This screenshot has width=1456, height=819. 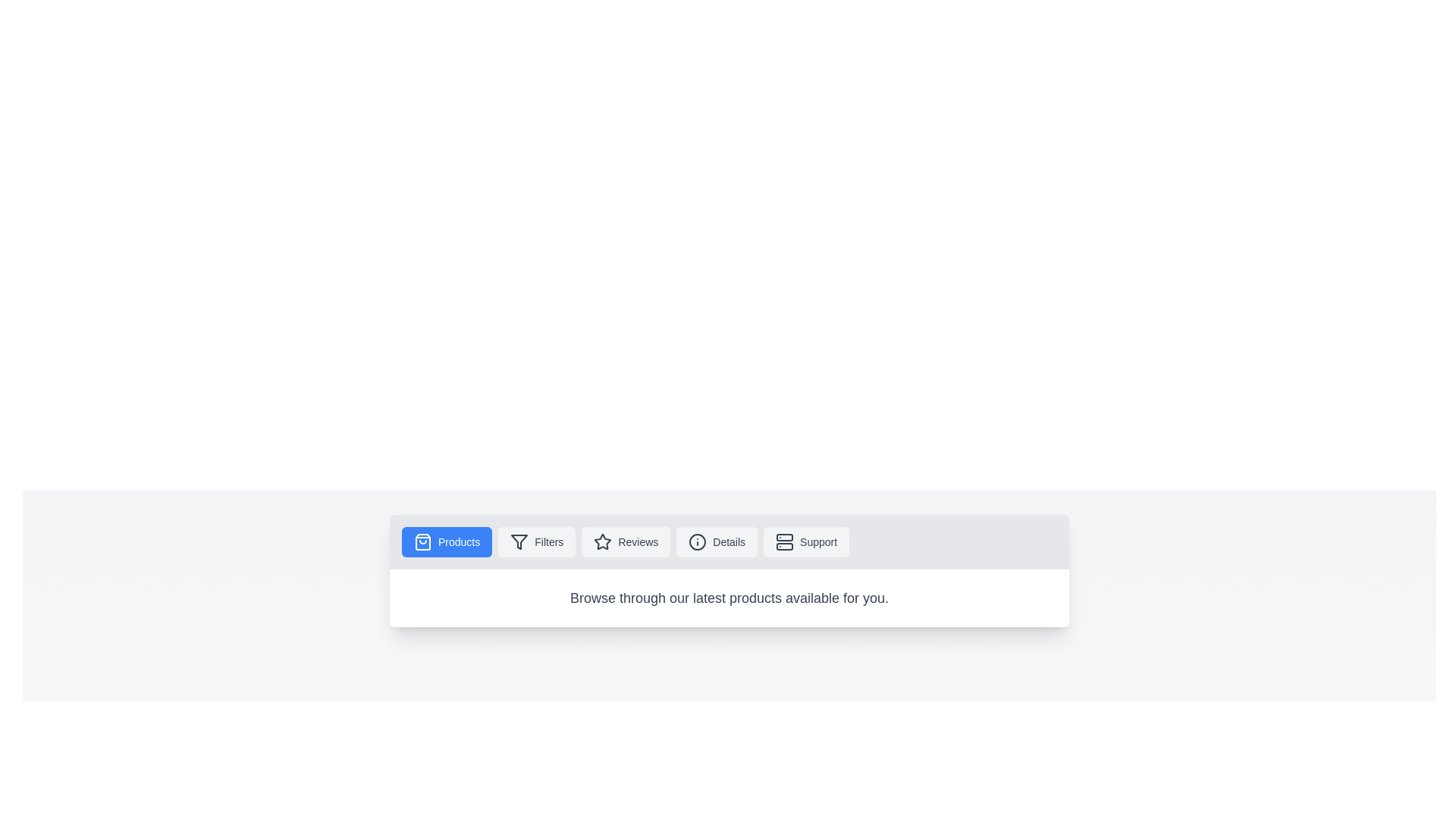 I want to click on the Filters tab to observe its hover effect, so click(x=537, y=541).